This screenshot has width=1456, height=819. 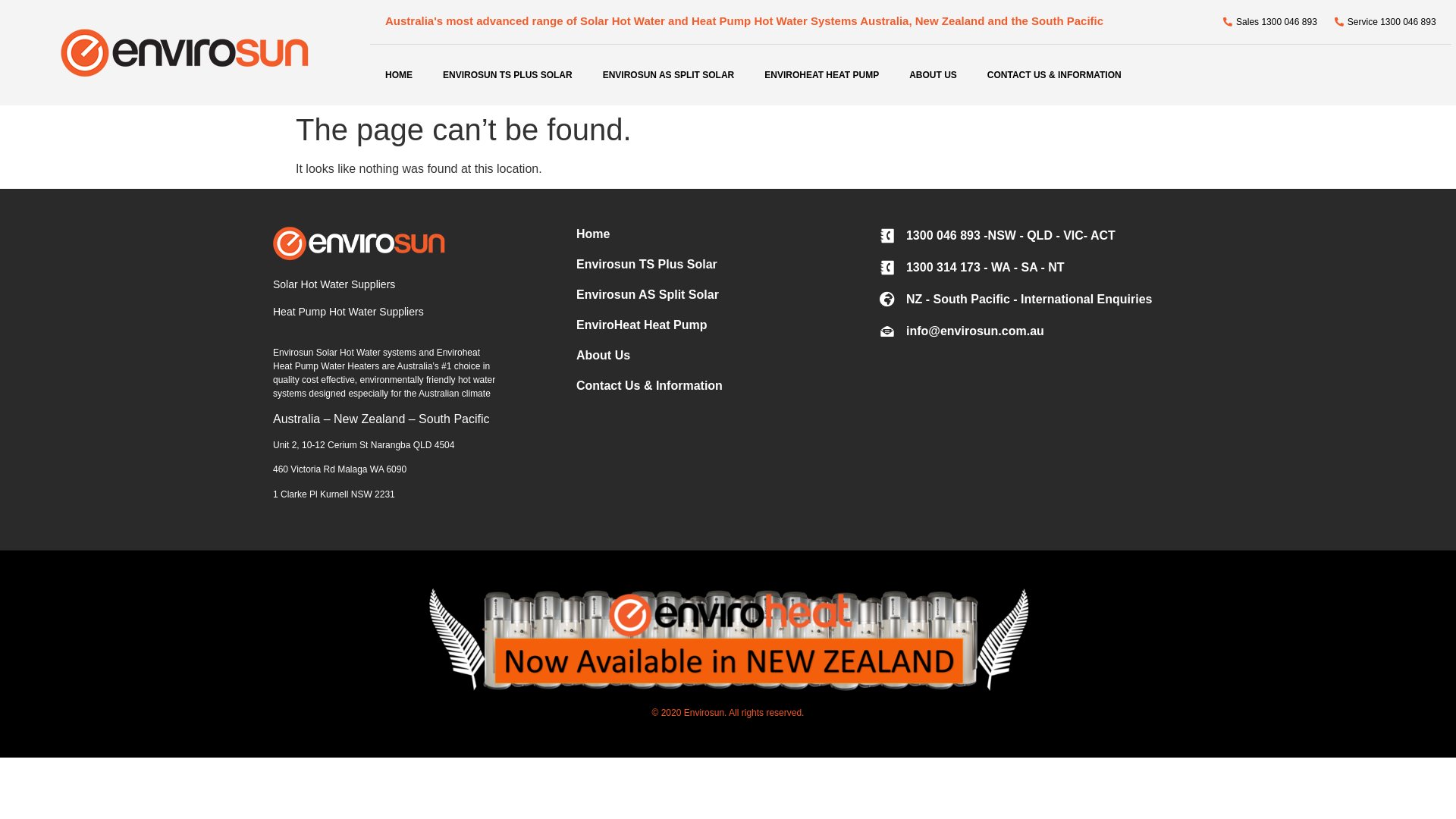 What do you see at coordinates (1031, 299) in the screenshot?
I see `'NZ - South Pacific - International Enquiries'` at bounding box center [1031, 299].